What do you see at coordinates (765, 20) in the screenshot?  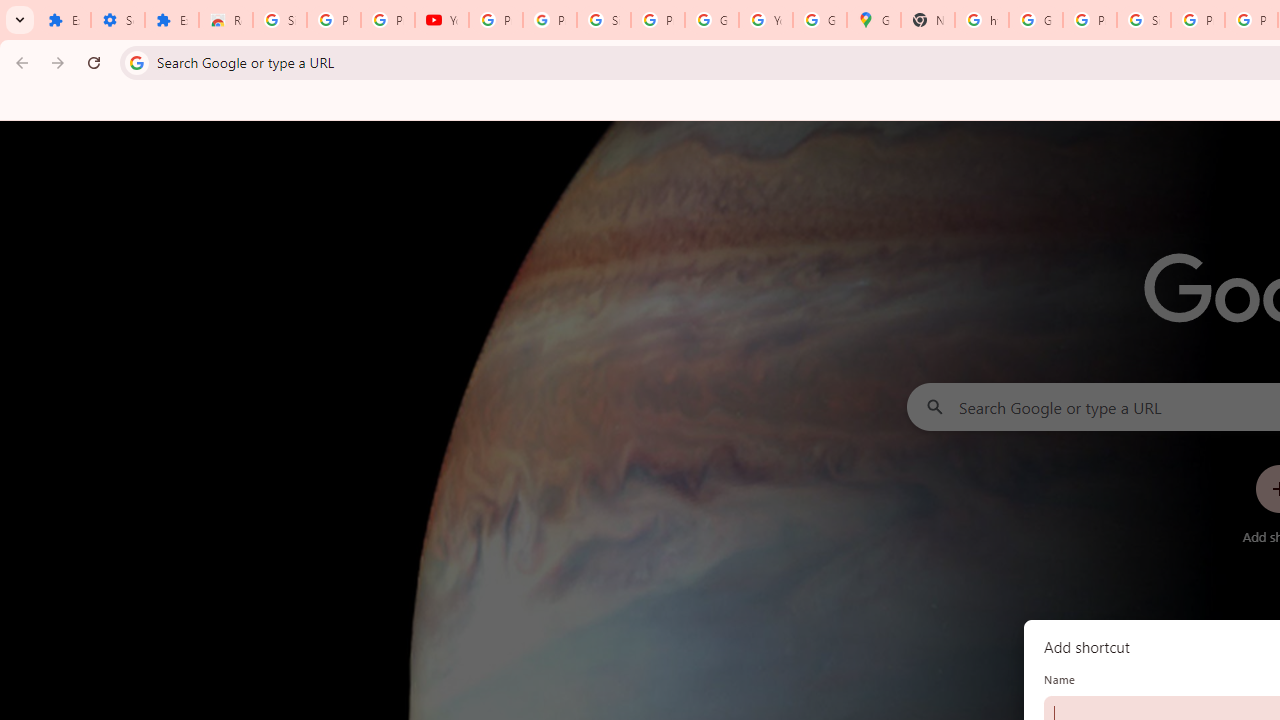 I see `'YouTube'` at bounding box center [765, 20].